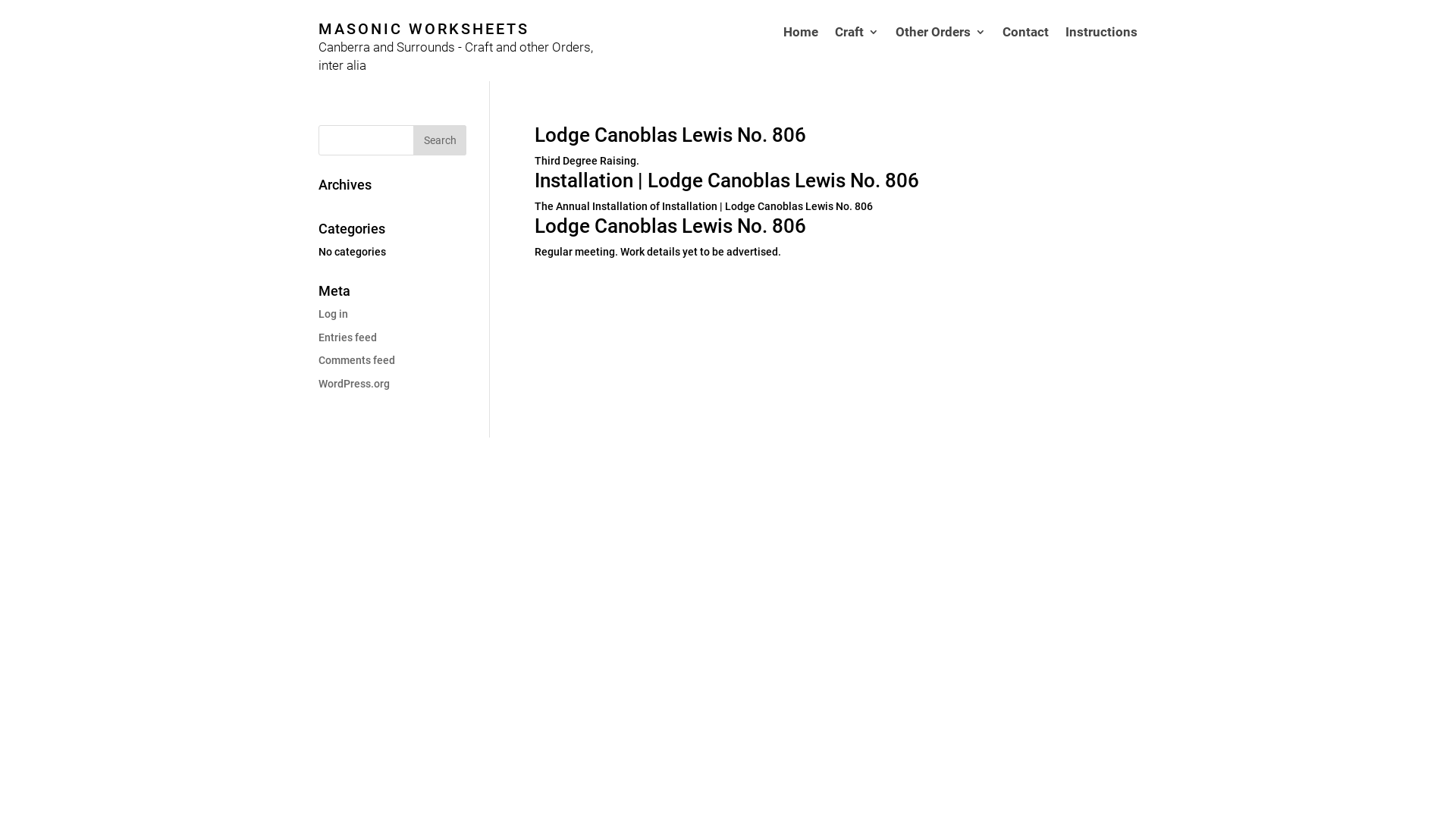 This screenshot has width=1456, height=819. I want to click on 'Home', so click(783, 52).